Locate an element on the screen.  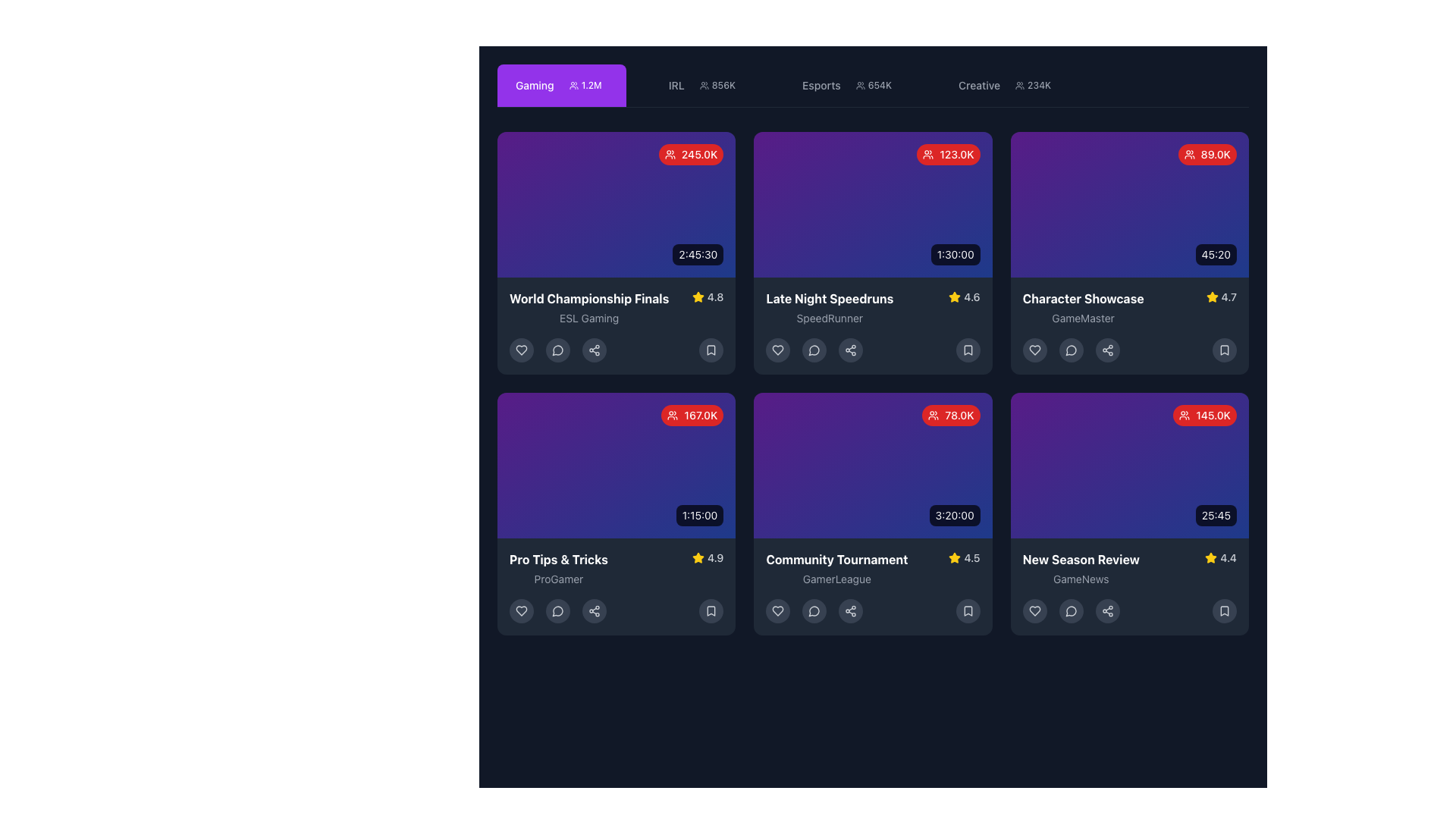
the star icon, which is filled with a vibrant yellow color and positioned adjacent to the numeric rating '4.8' within a card layout is located at coordinates (697, 297).